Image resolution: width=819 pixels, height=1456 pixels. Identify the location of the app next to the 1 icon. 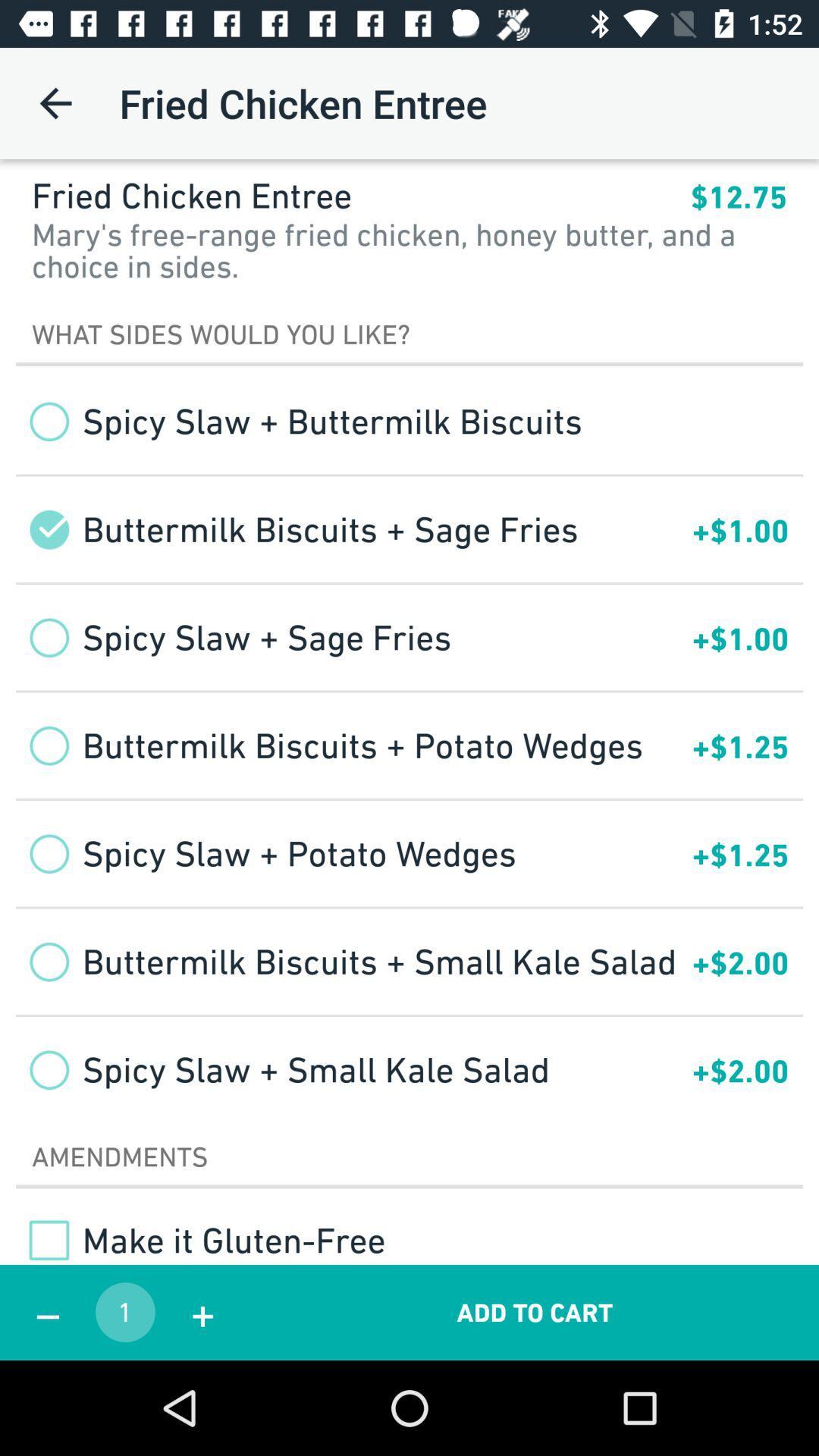
(202, 1312).